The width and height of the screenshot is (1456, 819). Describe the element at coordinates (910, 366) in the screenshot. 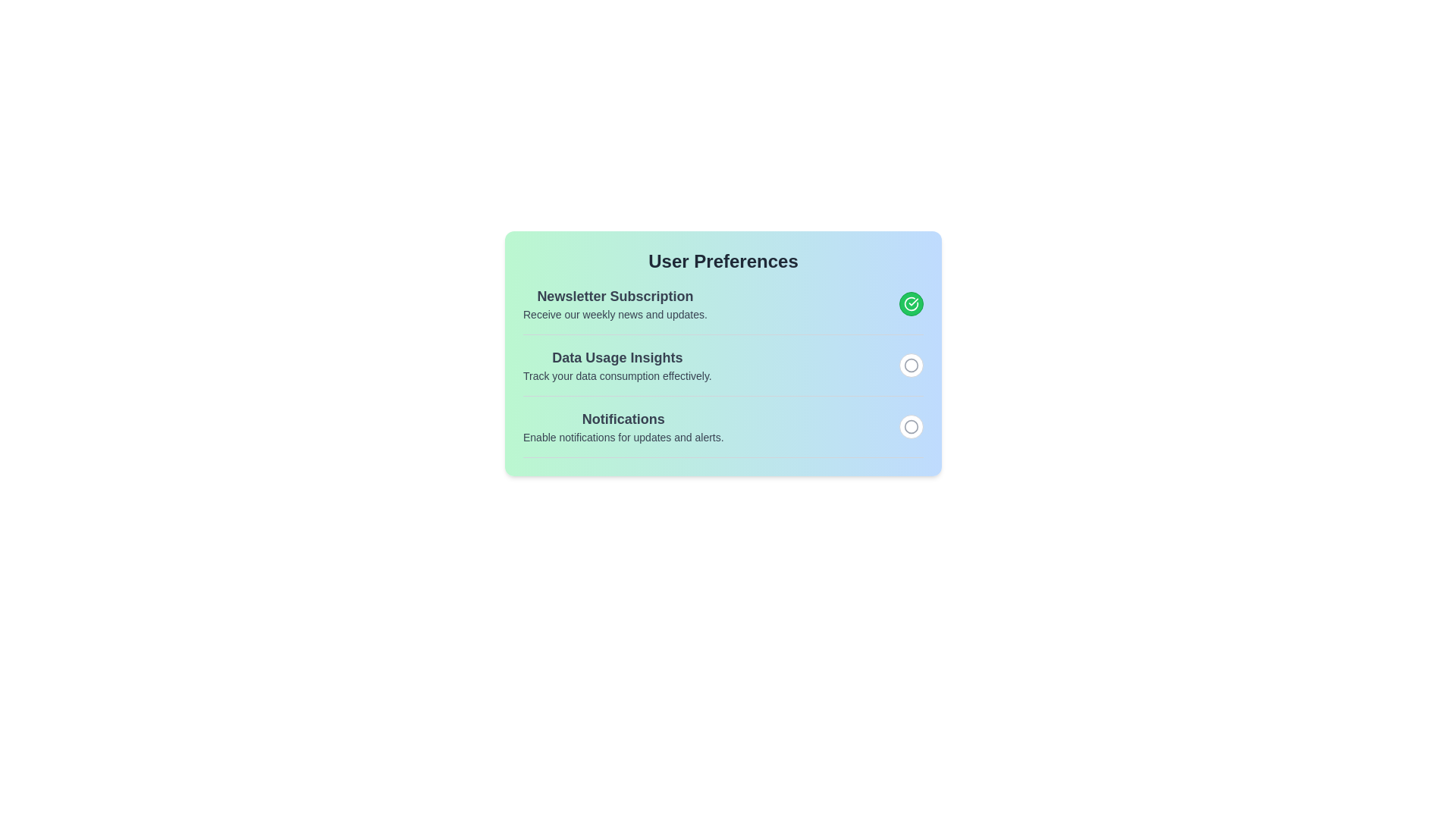

I see `the circular selectable option for notifications, located to the right of the 'Notifications' label in the preferences panel` at that location.